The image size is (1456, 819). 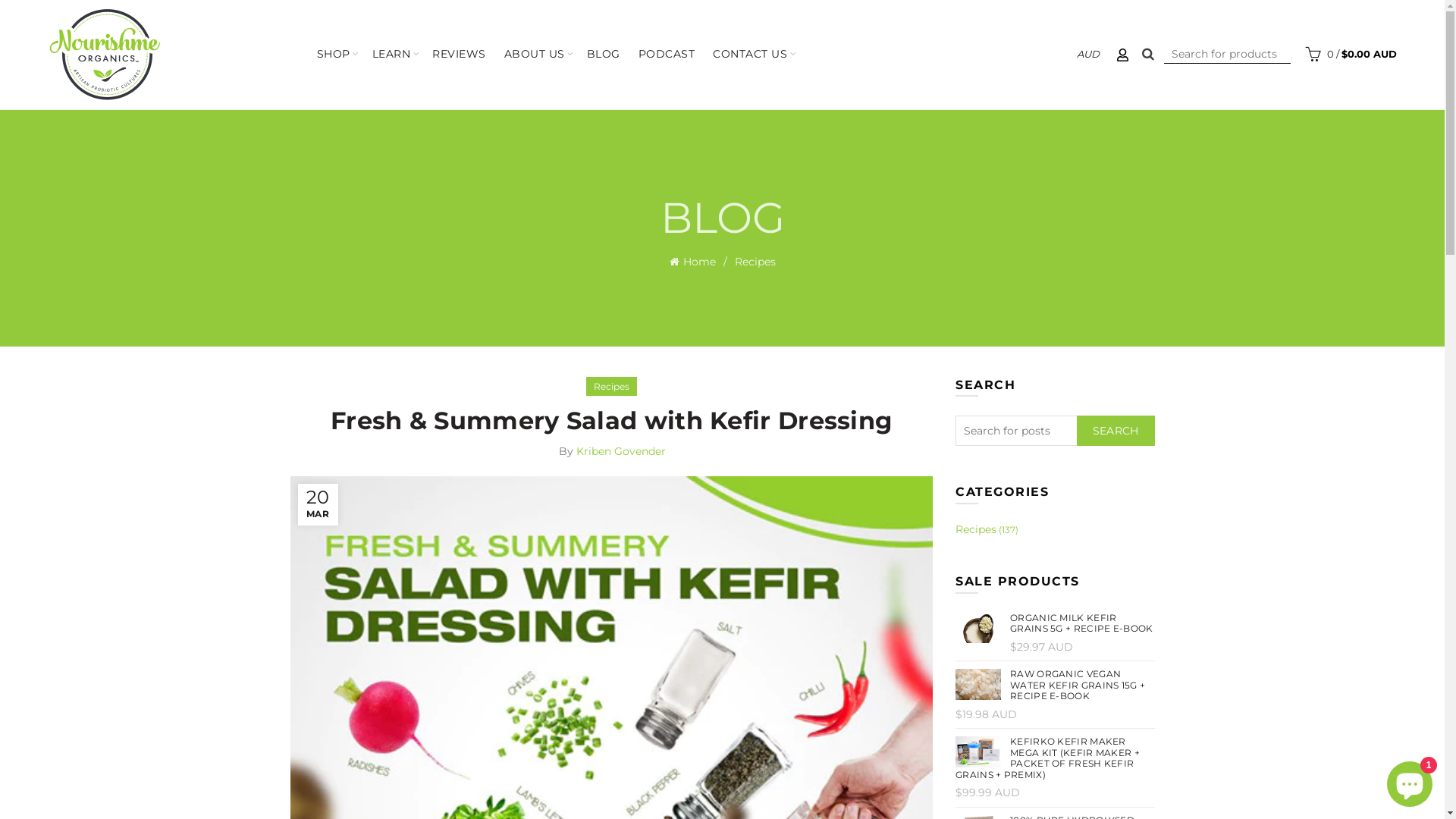 What do you see at coordinates (1054, 623) in the screenshot?
I see `'ORGANIC MILK KEFIR GRAINS 5G + RECIPE E-BOOK'` at bounding box center [1054, 623].